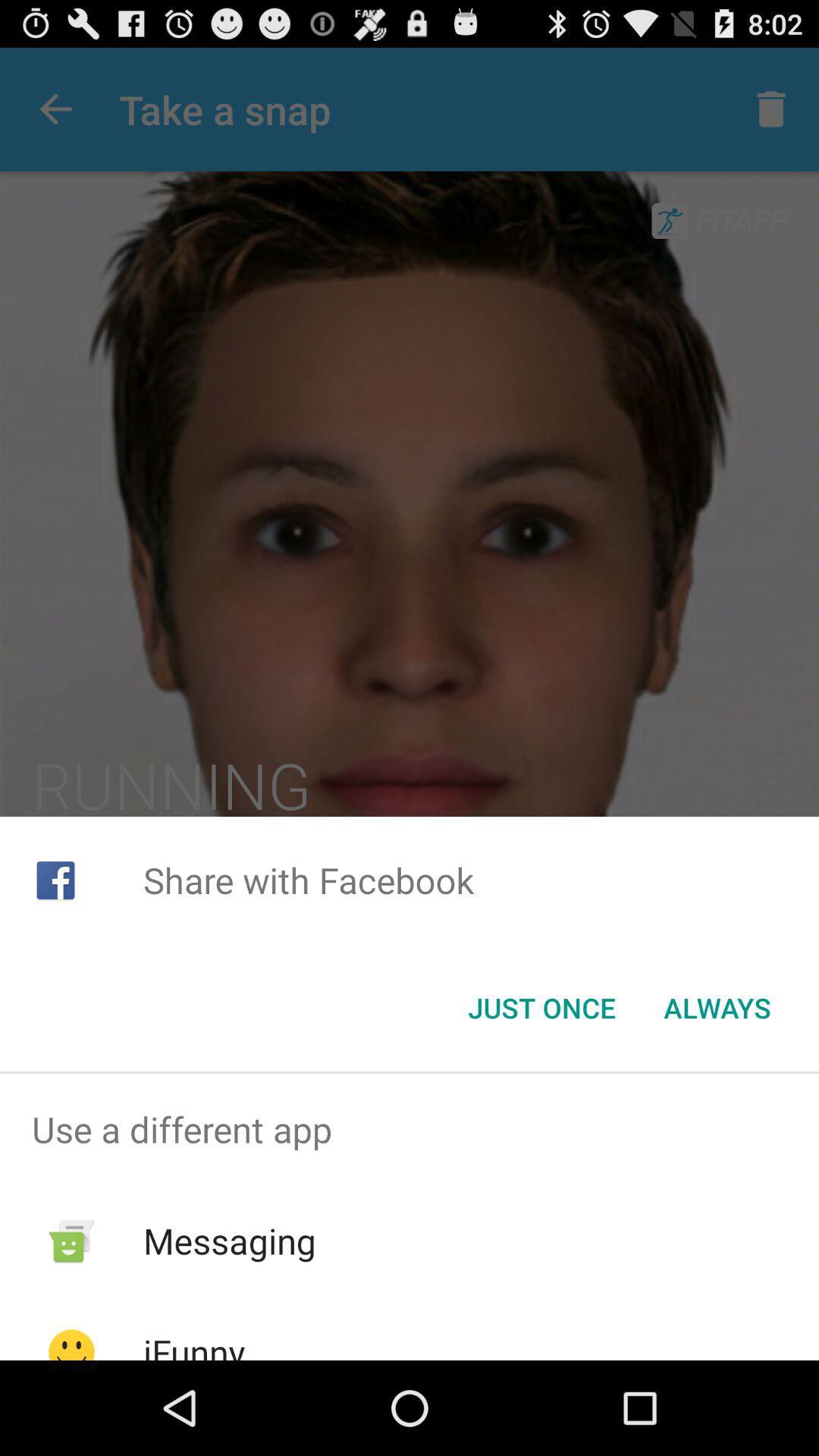 The width and height of the screenshot is (819, 1456). Describe the element at coordinates (717, 1008) in the screenshot. I see `icon to the right of the just once icon` at that location.